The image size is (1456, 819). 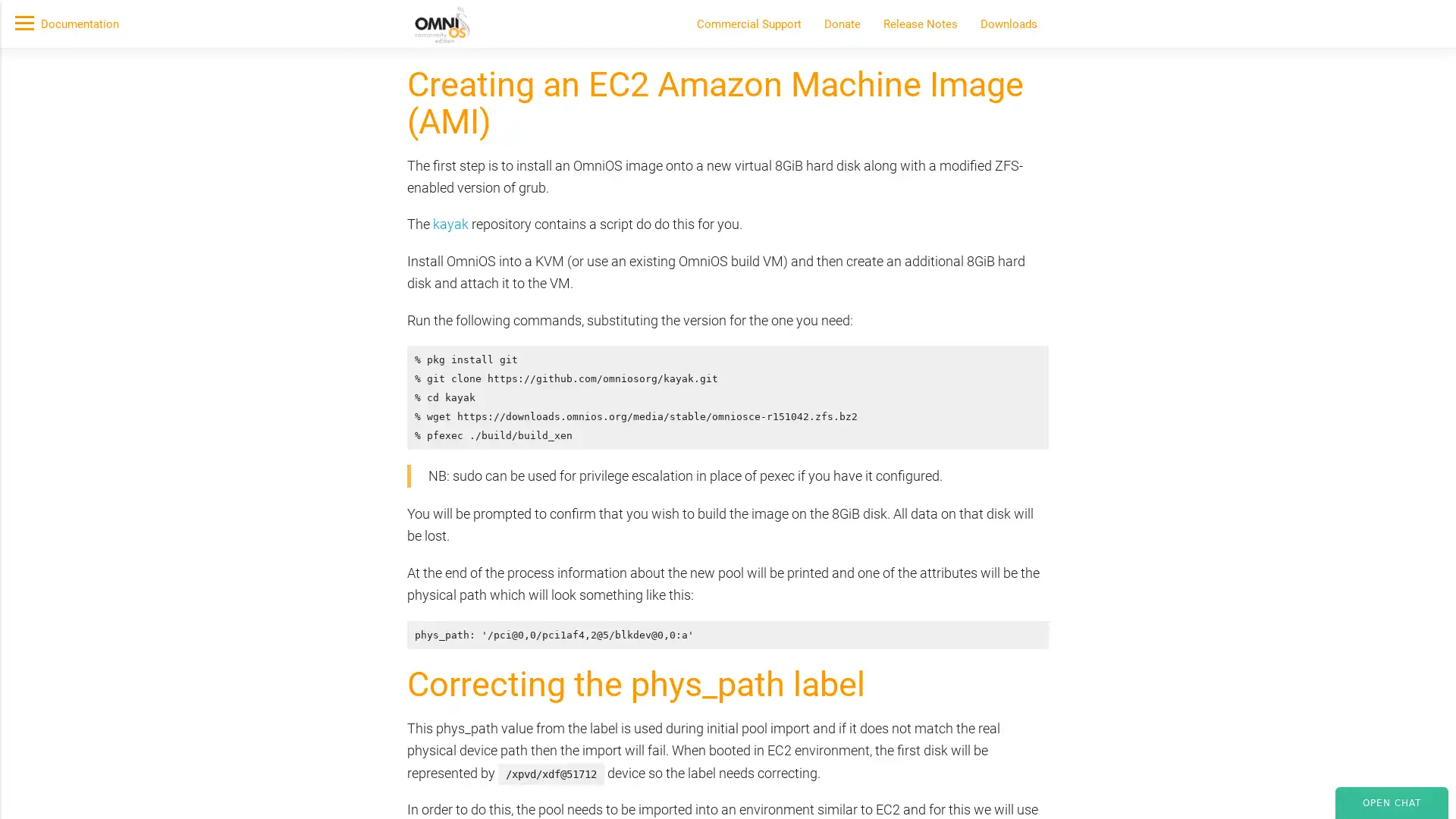 What do you see at coordinates (416, 171) in the screenshot?
I see `SUBSCRIBE NOW!` at bounding box center [416, 171].